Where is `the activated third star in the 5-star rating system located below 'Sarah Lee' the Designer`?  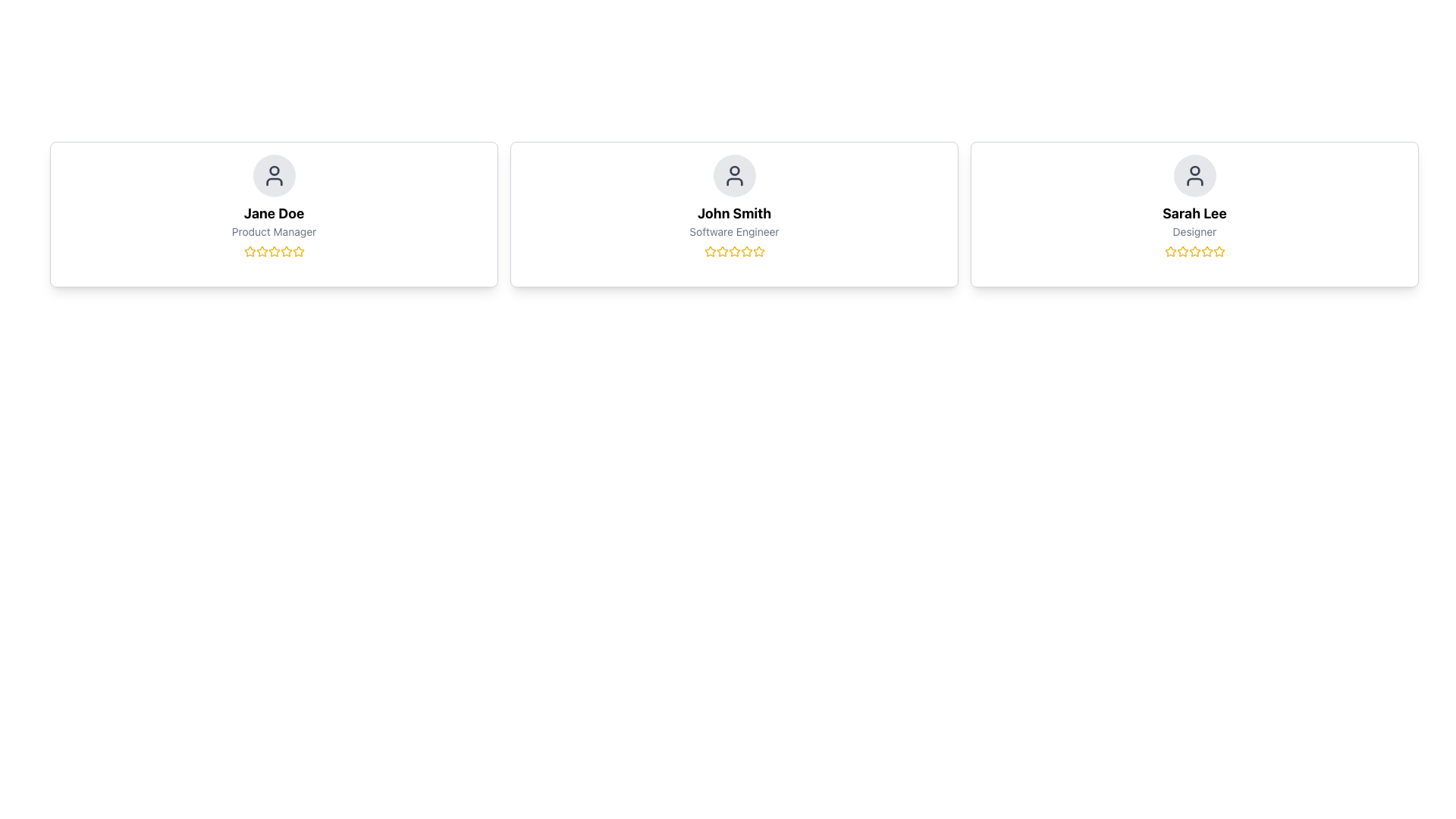
the activated third star in the 5-star rating system located below 'Sarah Lee' the Designer is located at coordinates (1181, 250).